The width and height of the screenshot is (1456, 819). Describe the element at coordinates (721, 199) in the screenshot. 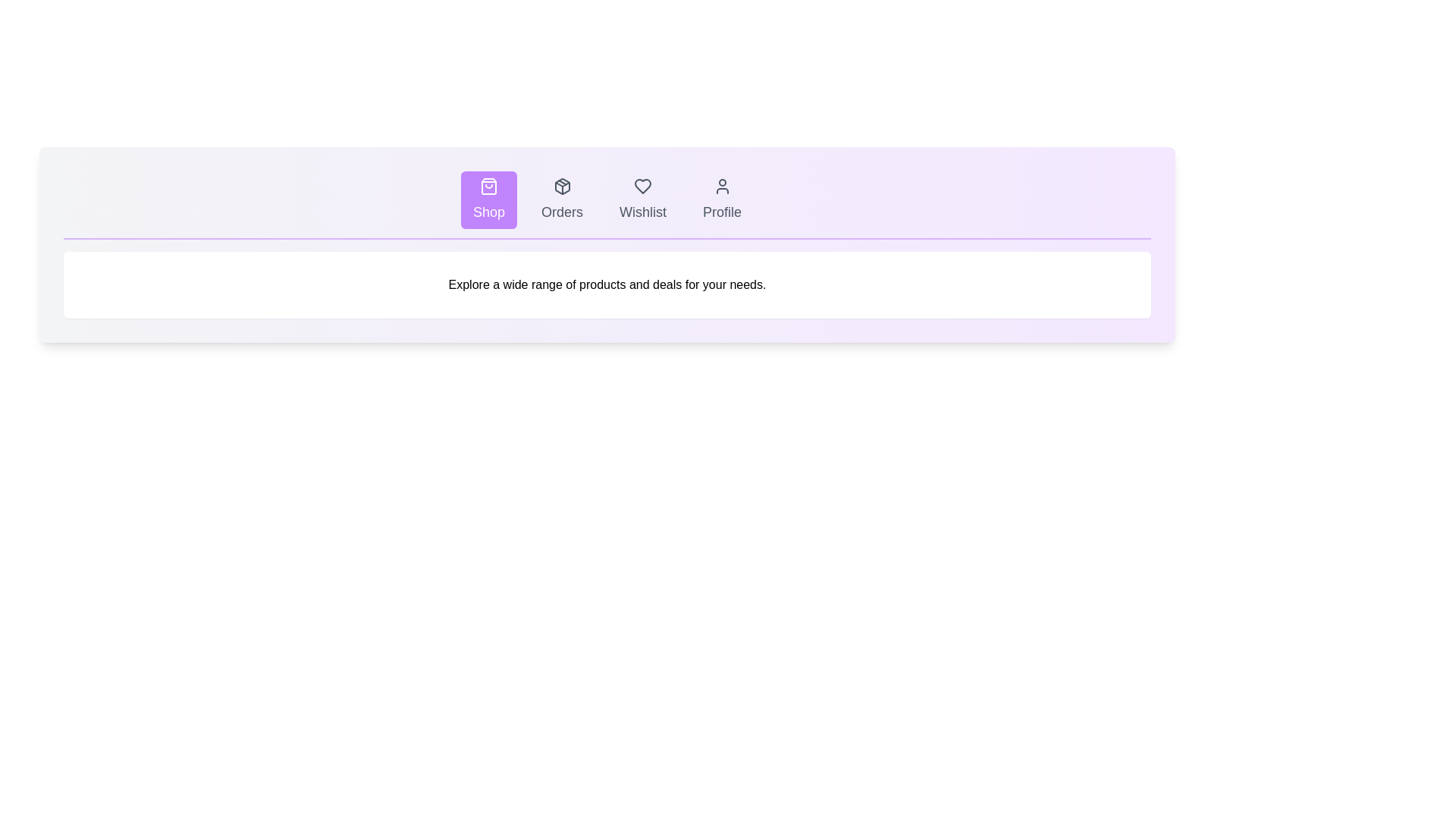

I see `the Profile tab to observe its hover effect` at that location.